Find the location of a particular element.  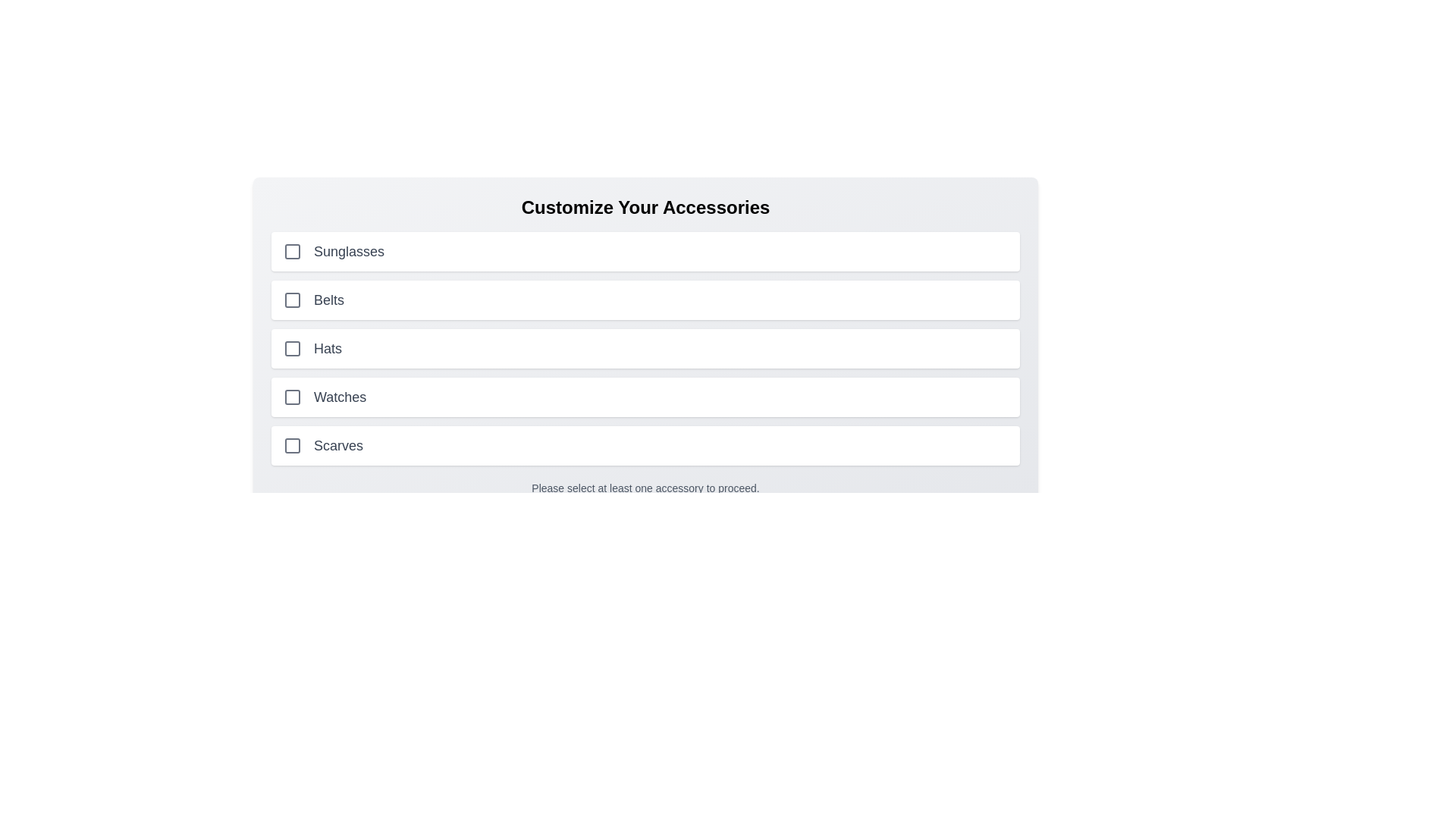

the checkbox located on the left side of the 'Hats' list item is located at coordinates (292, 348).